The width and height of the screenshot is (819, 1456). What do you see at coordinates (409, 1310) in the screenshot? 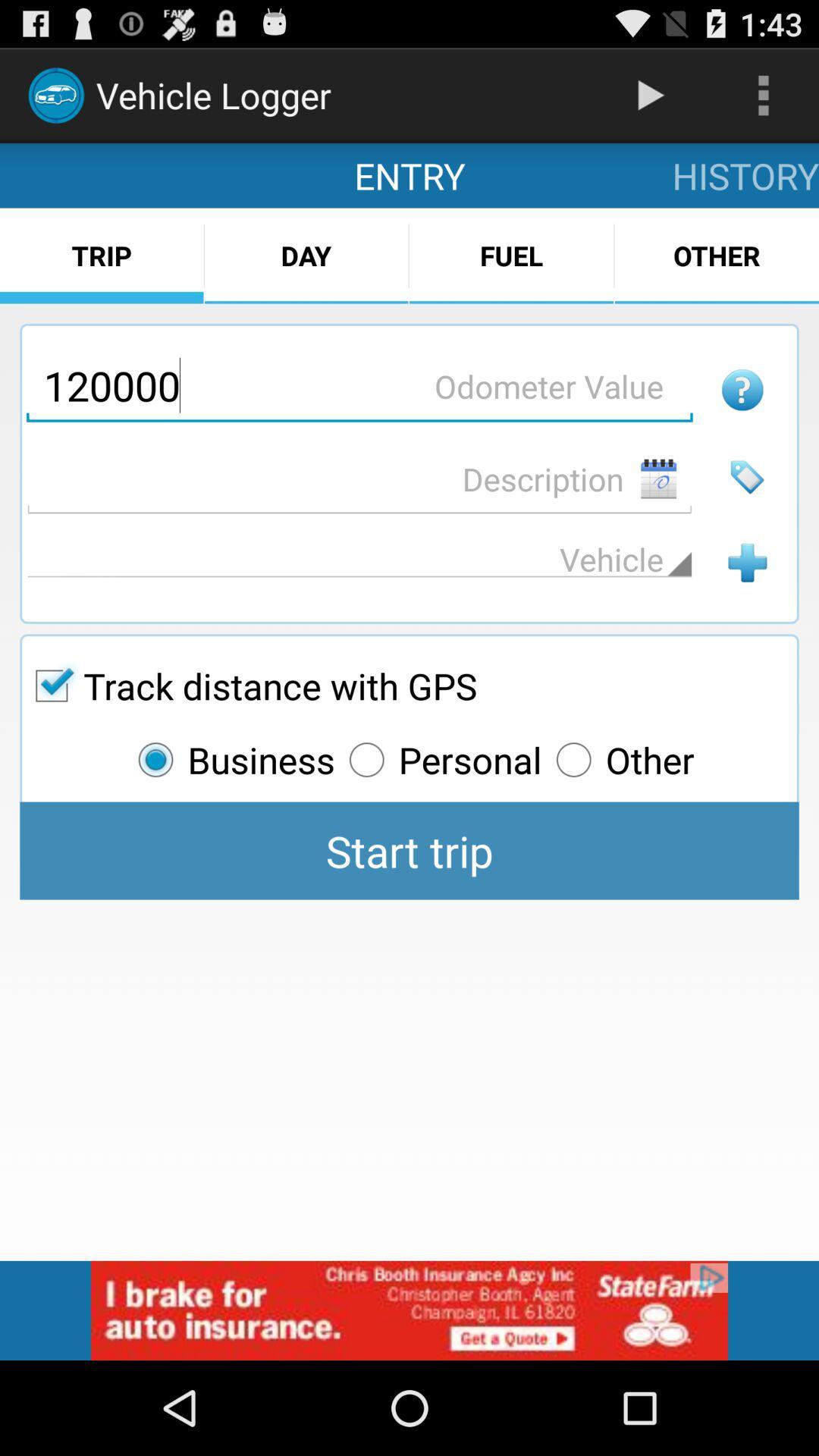
I see `brake ofr auto insurance` at bounding box center [409, 1310].